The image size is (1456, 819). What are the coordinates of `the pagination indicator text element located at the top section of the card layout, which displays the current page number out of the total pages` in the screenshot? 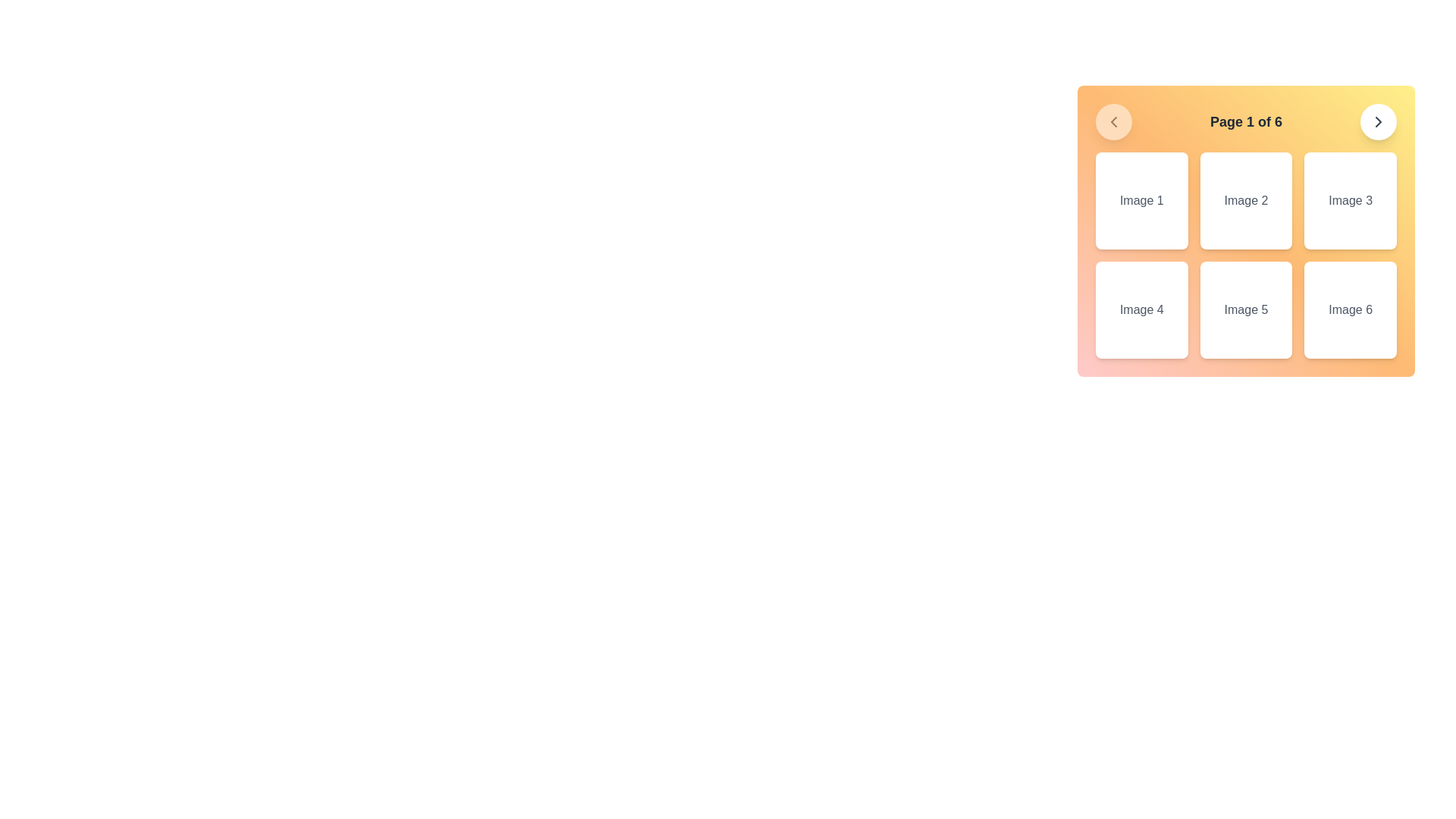 It's located at (1246, 121).